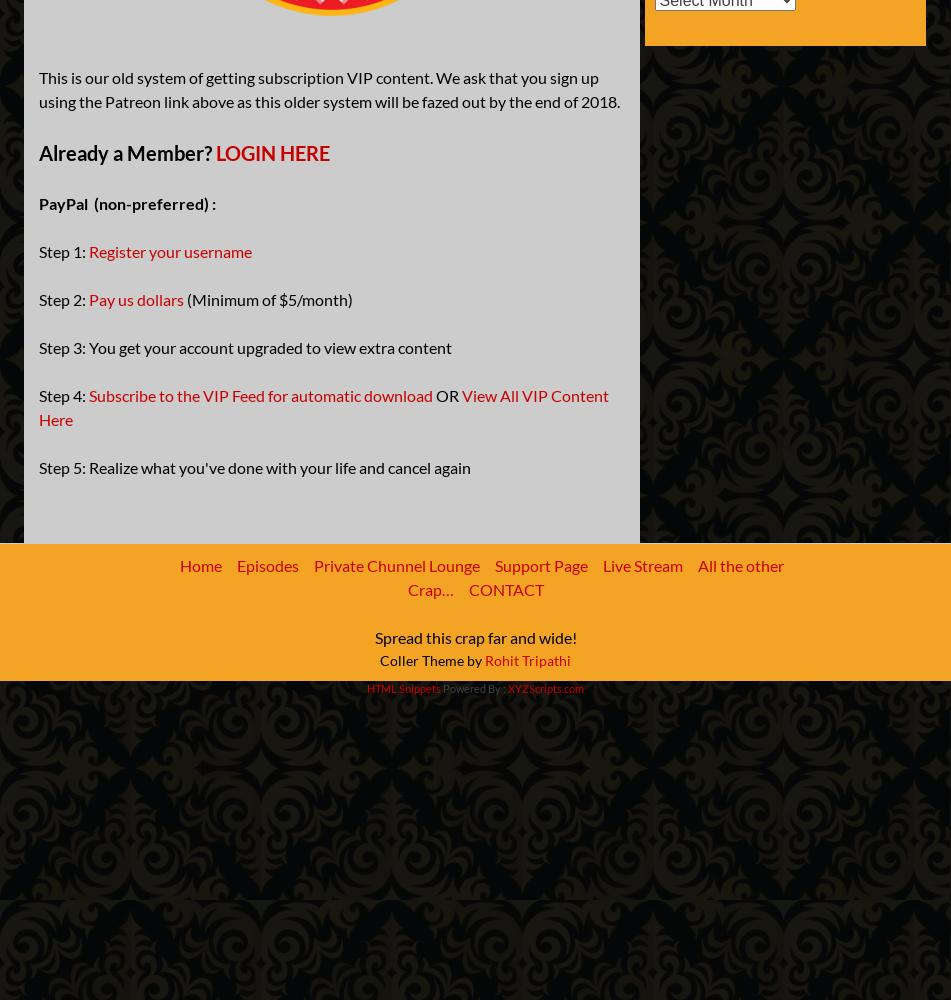 Image resolution: width=951 pixels, height=1000 pixels. What do you see at coordinates (267, 564) in the screenshot?
I see `'Episodes'` at bounding box center [267, 564].